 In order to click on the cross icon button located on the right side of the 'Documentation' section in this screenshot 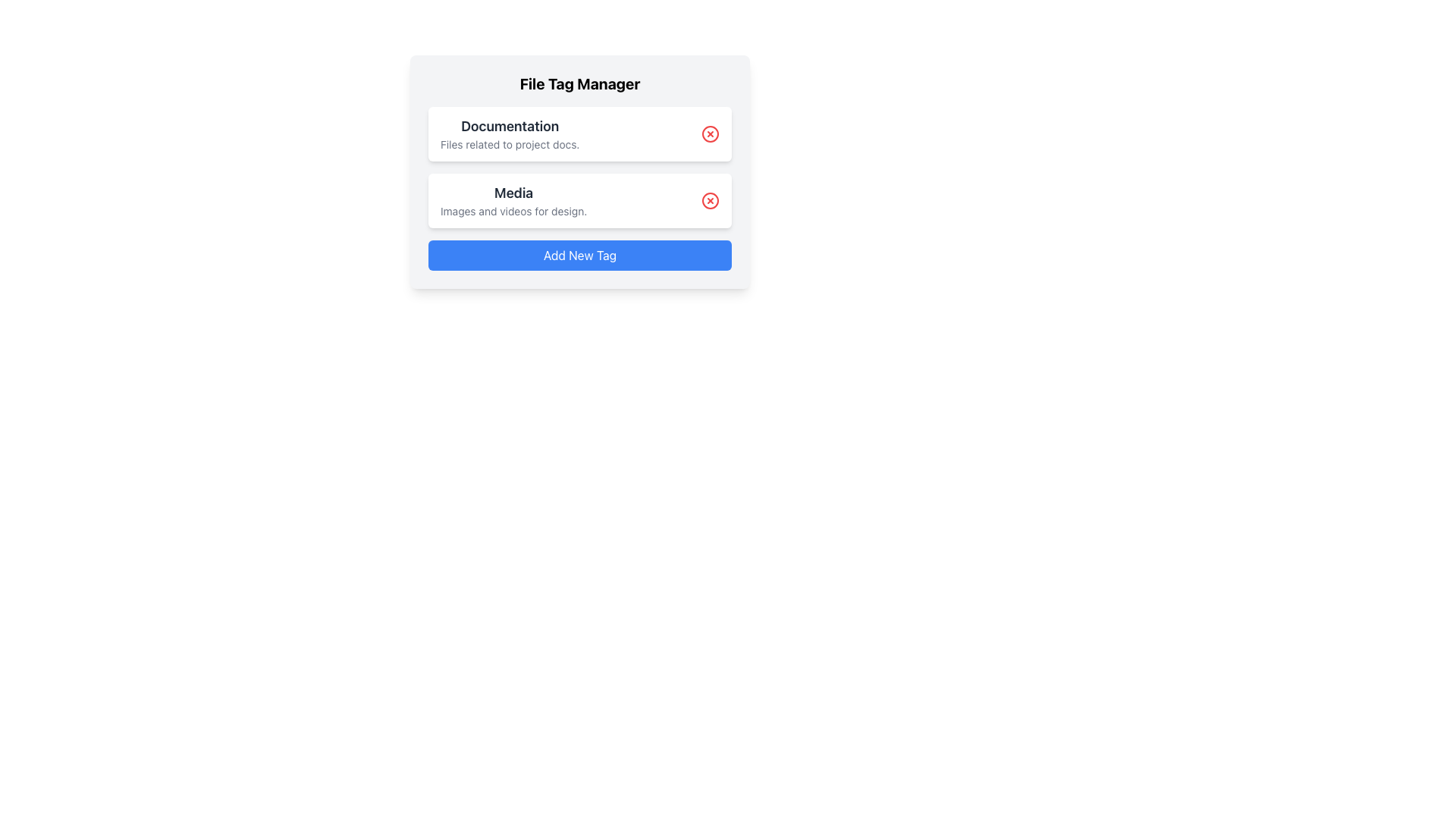, I will do `click(709, 133)`.